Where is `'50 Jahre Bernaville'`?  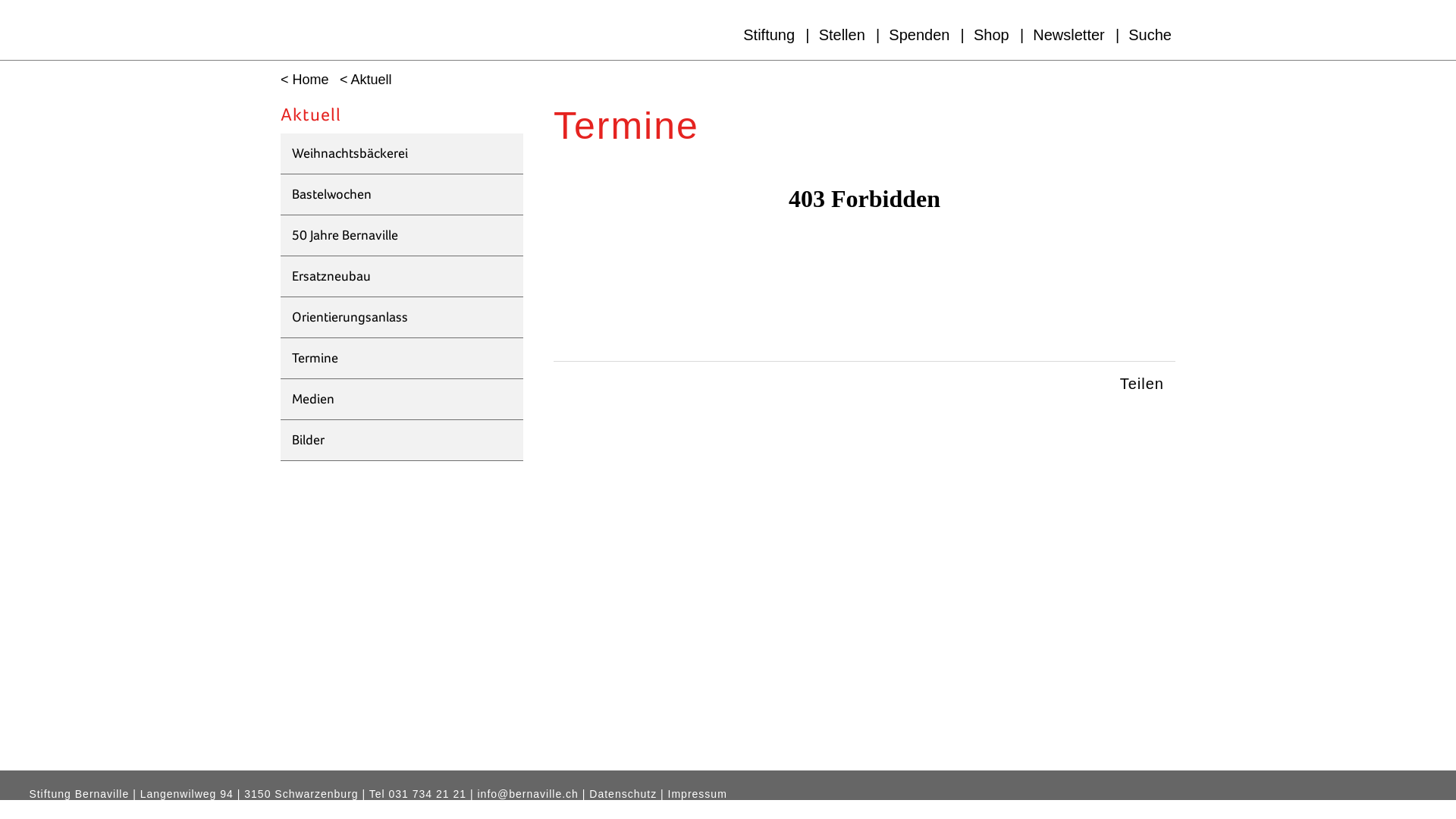 '50 Jahre Bernaville' is located at coordinates (401, 236).